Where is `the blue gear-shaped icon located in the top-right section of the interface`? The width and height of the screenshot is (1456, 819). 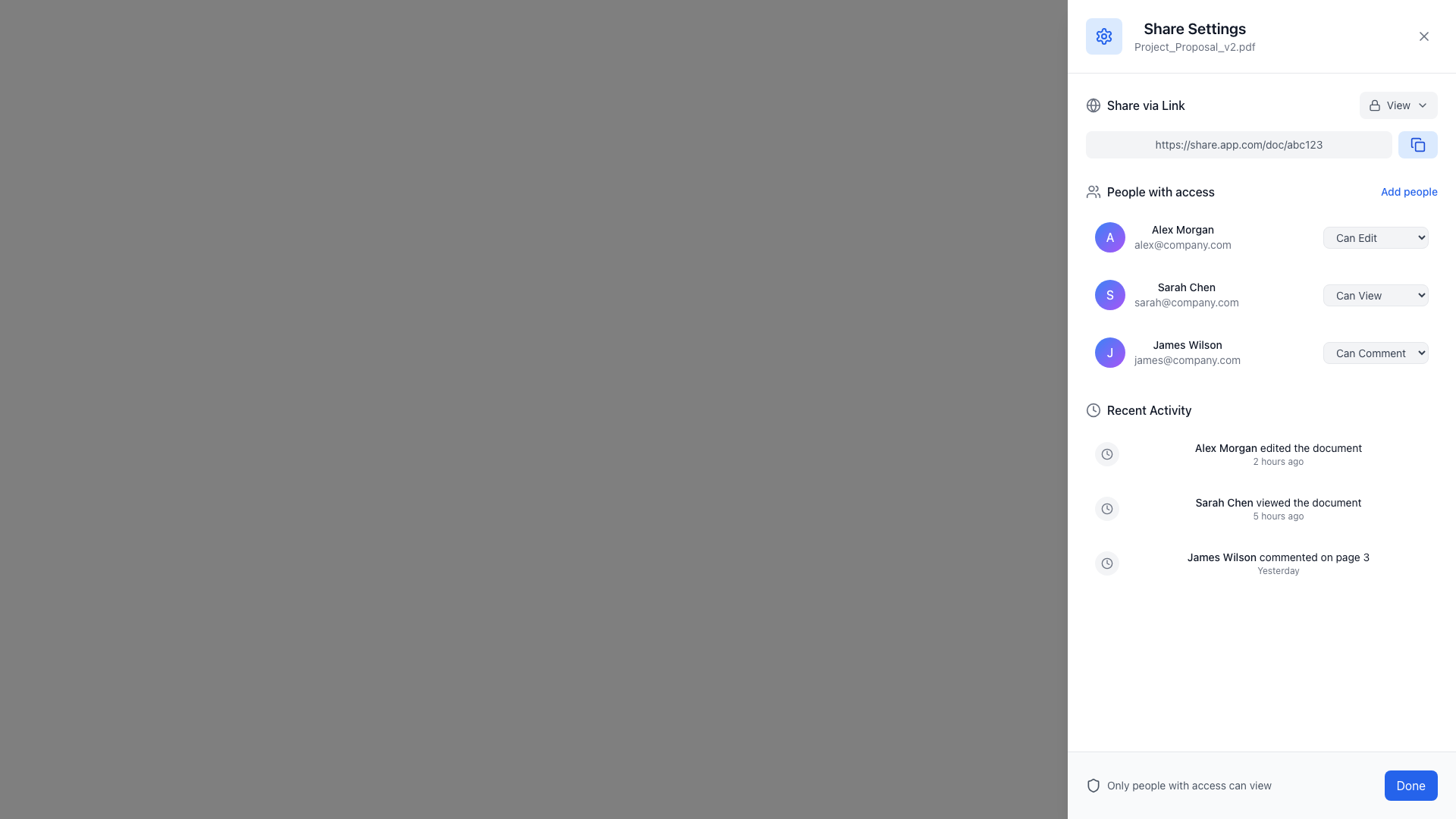
the blue gear-shaped icon located in the top-right section of the interface is located at coordinates (1103, 35).